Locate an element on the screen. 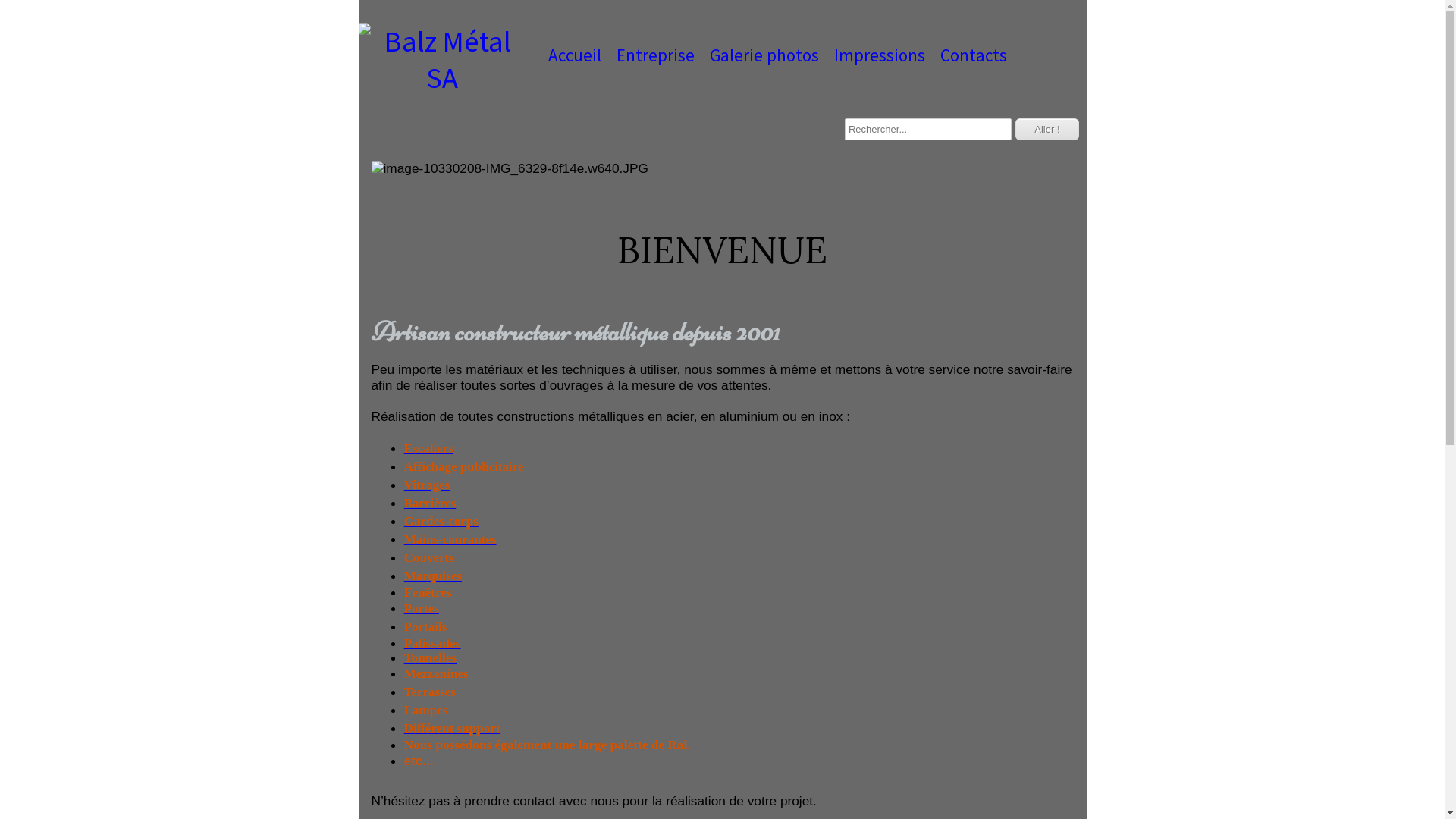  'Accueil' is located at coordinates (573, 55).